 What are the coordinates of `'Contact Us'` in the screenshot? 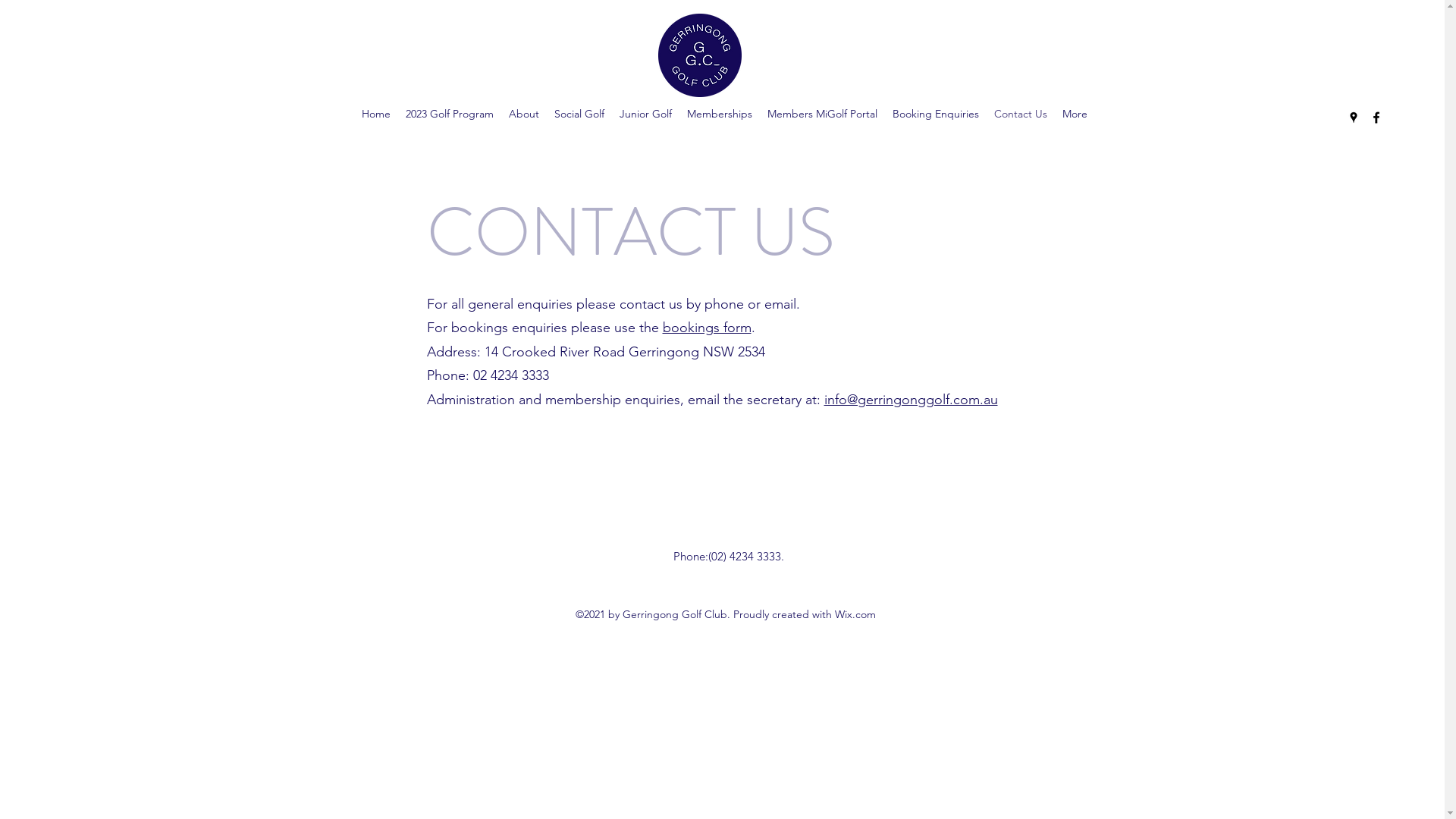 It's located at (986, 113).